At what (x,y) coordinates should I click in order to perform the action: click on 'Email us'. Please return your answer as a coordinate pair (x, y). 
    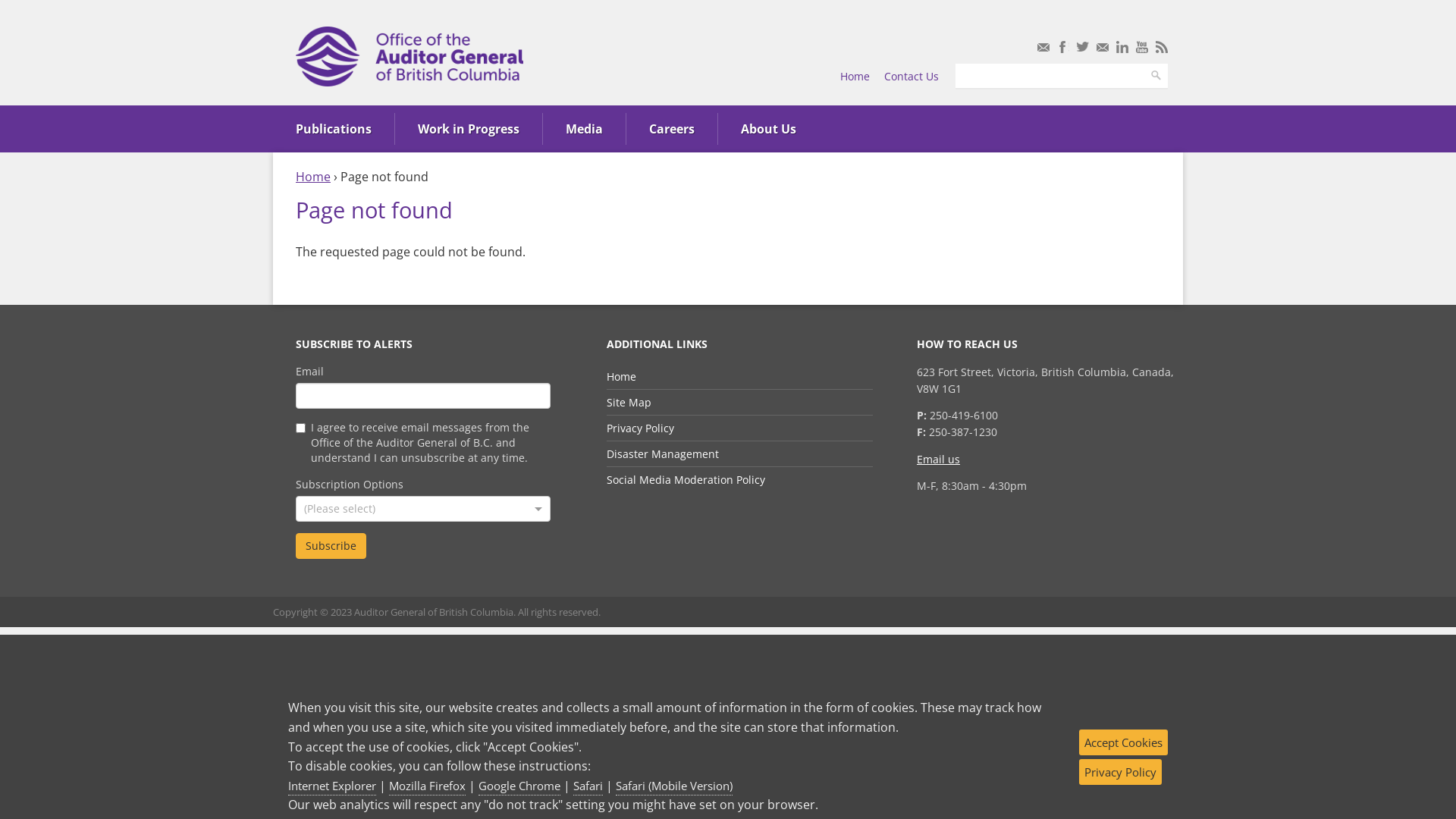
    Looking at the image, I should click on (937, 458).